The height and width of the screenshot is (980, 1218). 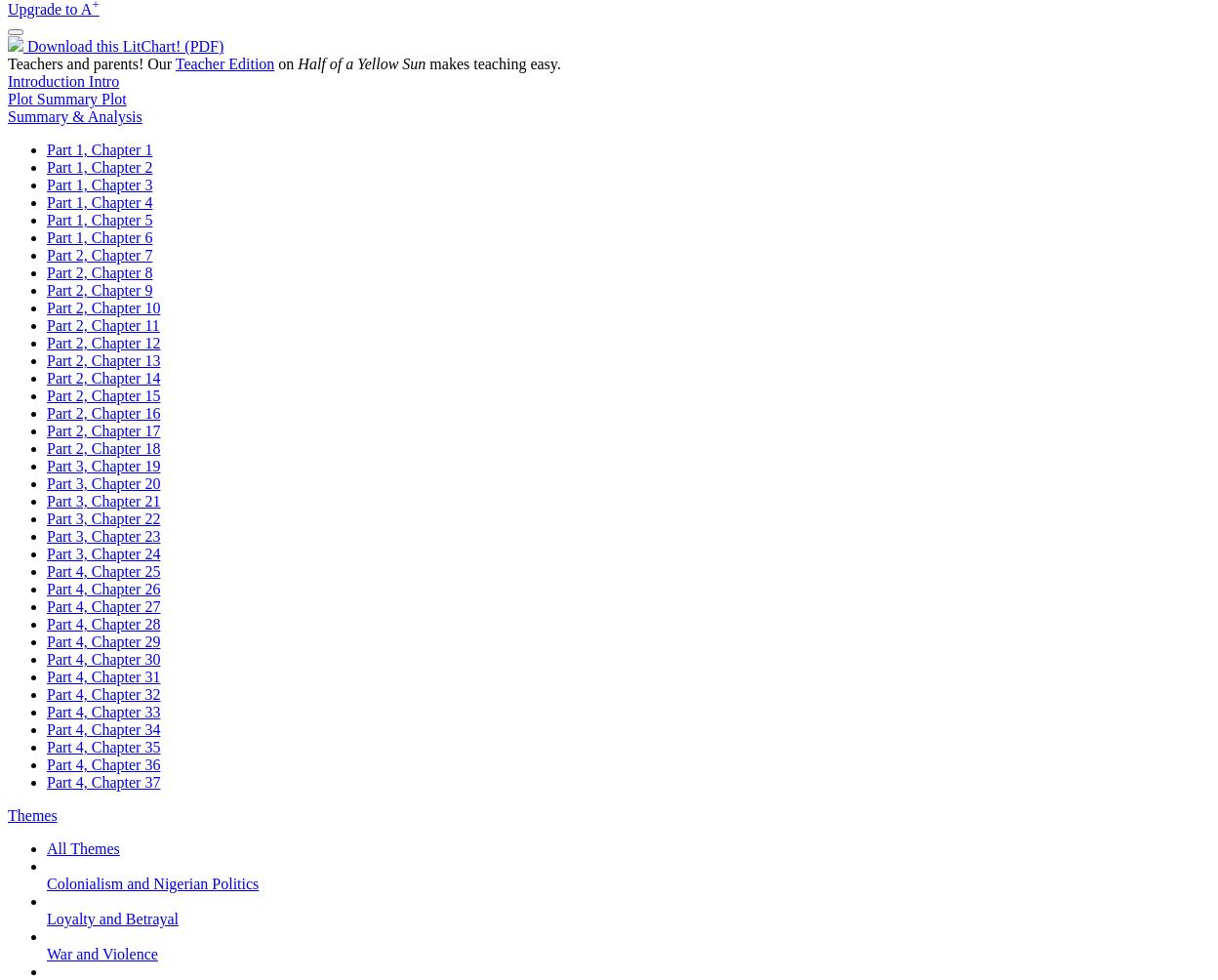 What do you see at coordinates (102, 377) in the screenshot?
I see `'Part 2, Chapter 14'` at bounding box center [102, 377].